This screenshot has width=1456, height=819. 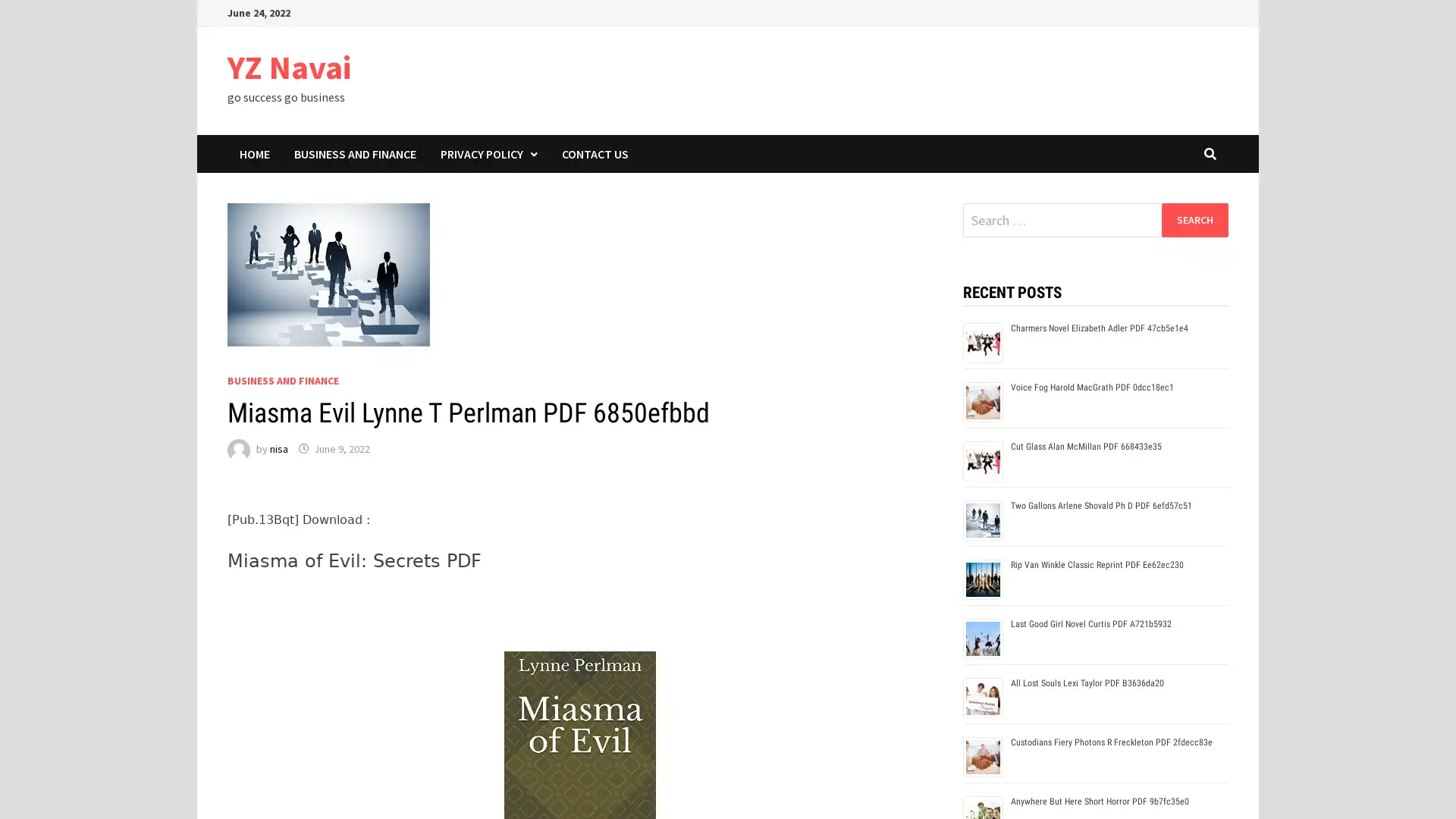 What do you see at coordinates (1194, 219) in the screenshot?
I see `Search` at bounding box center [1194, 219].